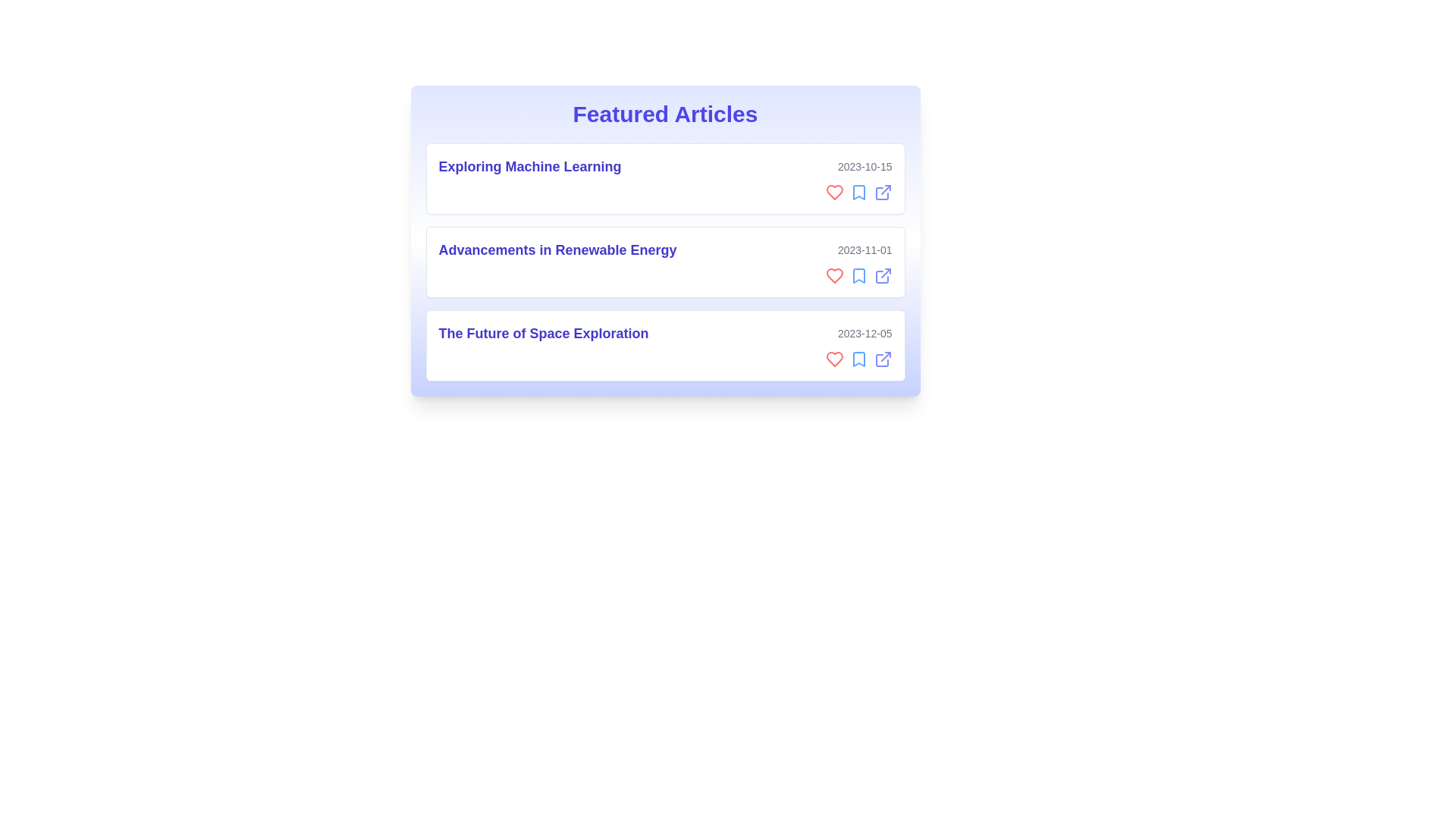 This screenshot has height=819, width=1456. What do you see at coordinates (665, 177) in the screenshot?
I see `the article titled Exploring Machine Learning` at bounding box center [665, 177].